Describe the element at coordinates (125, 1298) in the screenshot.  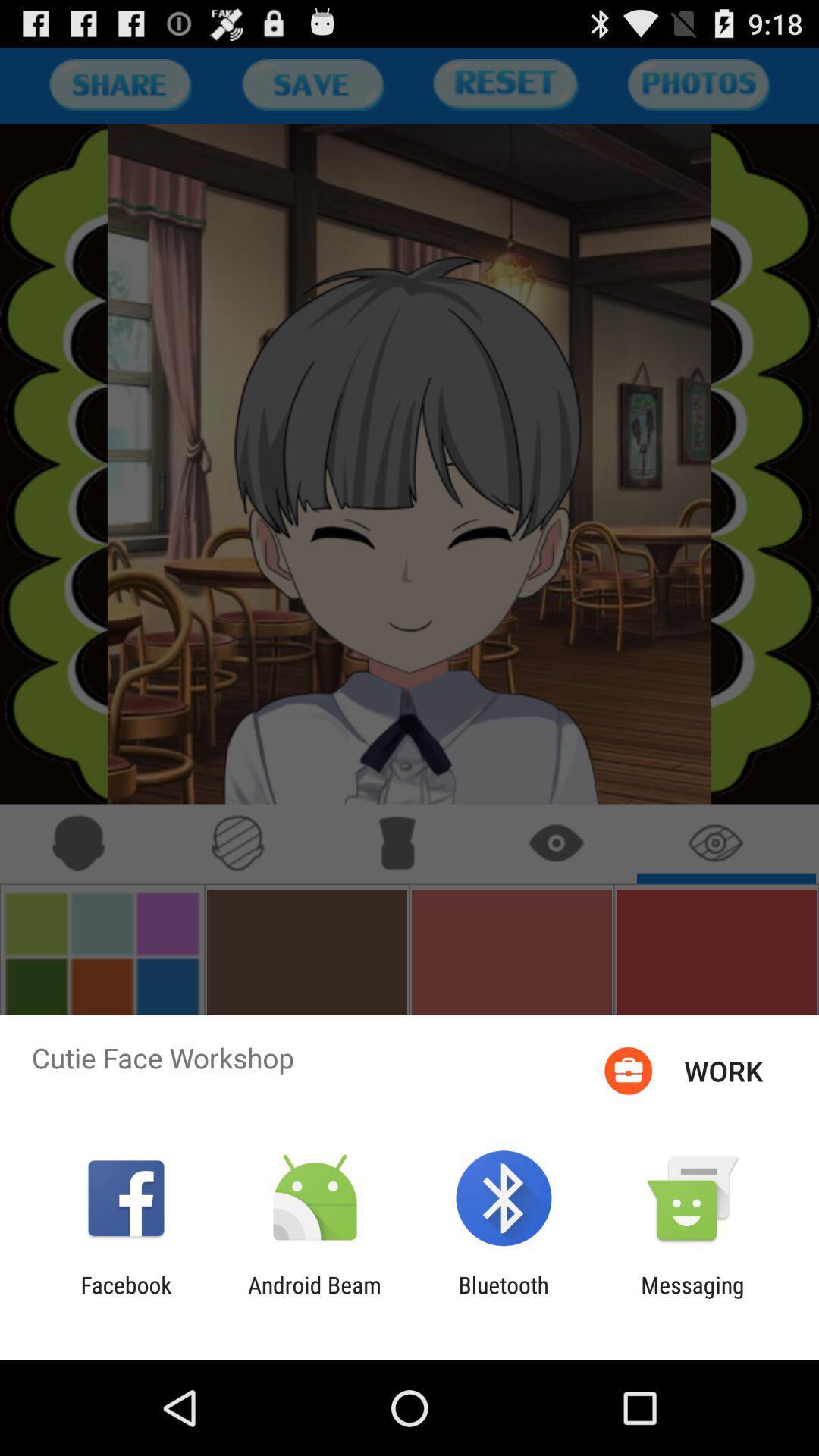
I see `facebook` at that location.